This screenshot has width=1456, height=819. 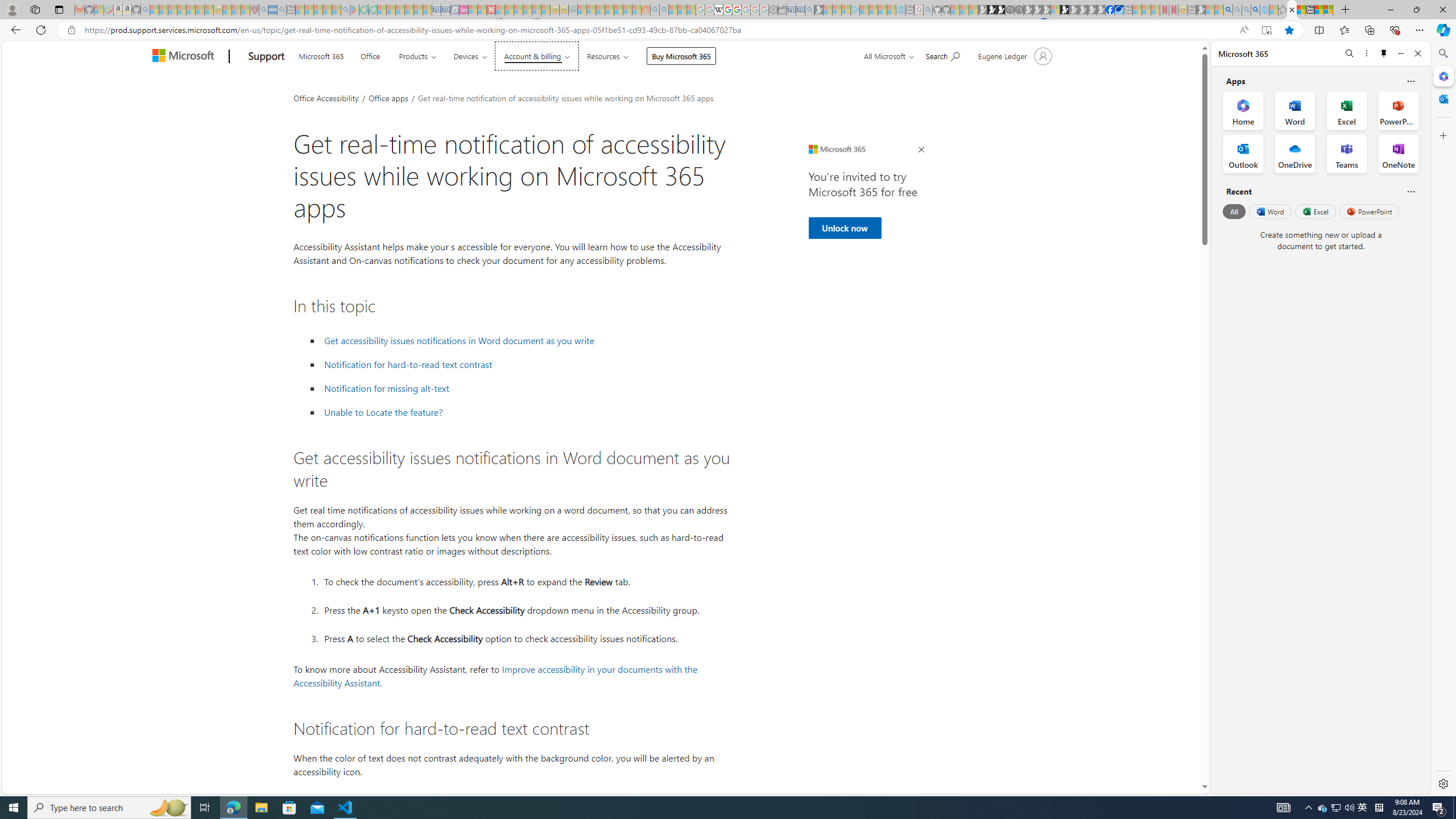 What do you see at coordinates (500, 9) in the screenshot?
I see `'Trusted Community Engagement and Contributions | Guidelines'` at bounding box center [500, 9].